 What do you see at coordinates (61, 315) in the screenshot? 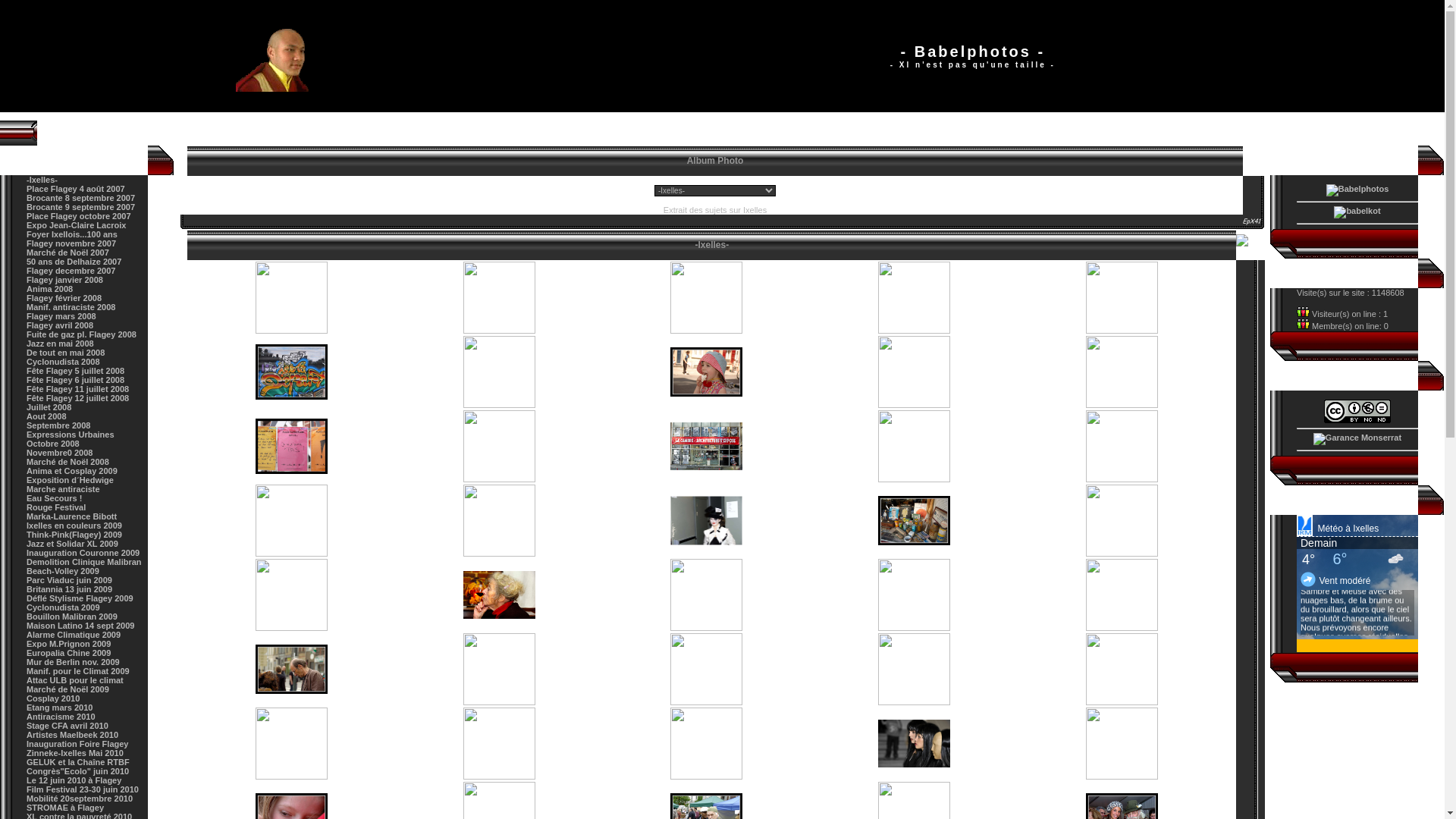
I see `'Flagey mars 2008'` at bounding box center [61, 315].